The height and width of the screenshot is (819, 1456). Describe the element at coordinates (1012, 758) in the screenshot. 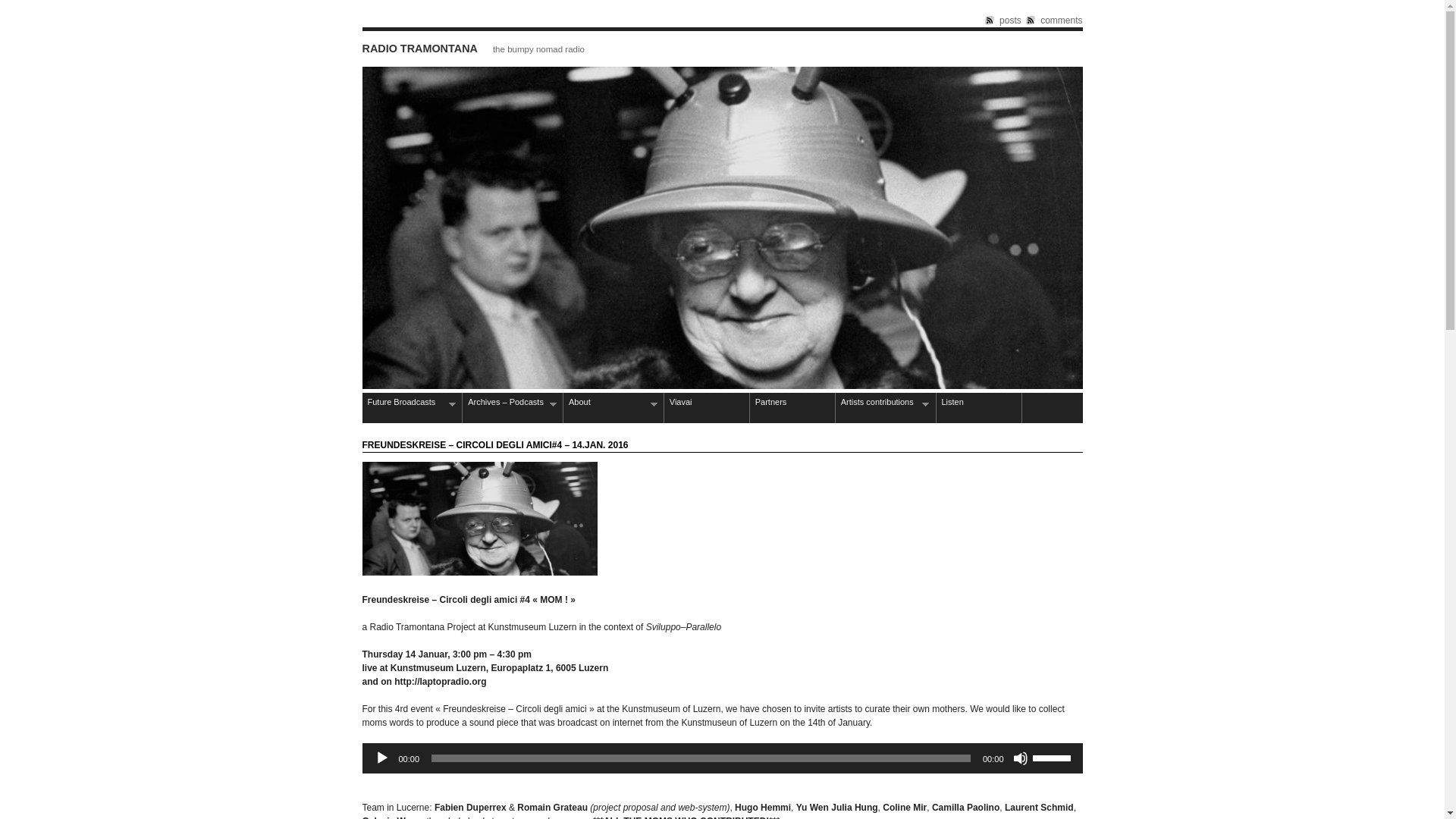

I see `'Mute'` at that location.